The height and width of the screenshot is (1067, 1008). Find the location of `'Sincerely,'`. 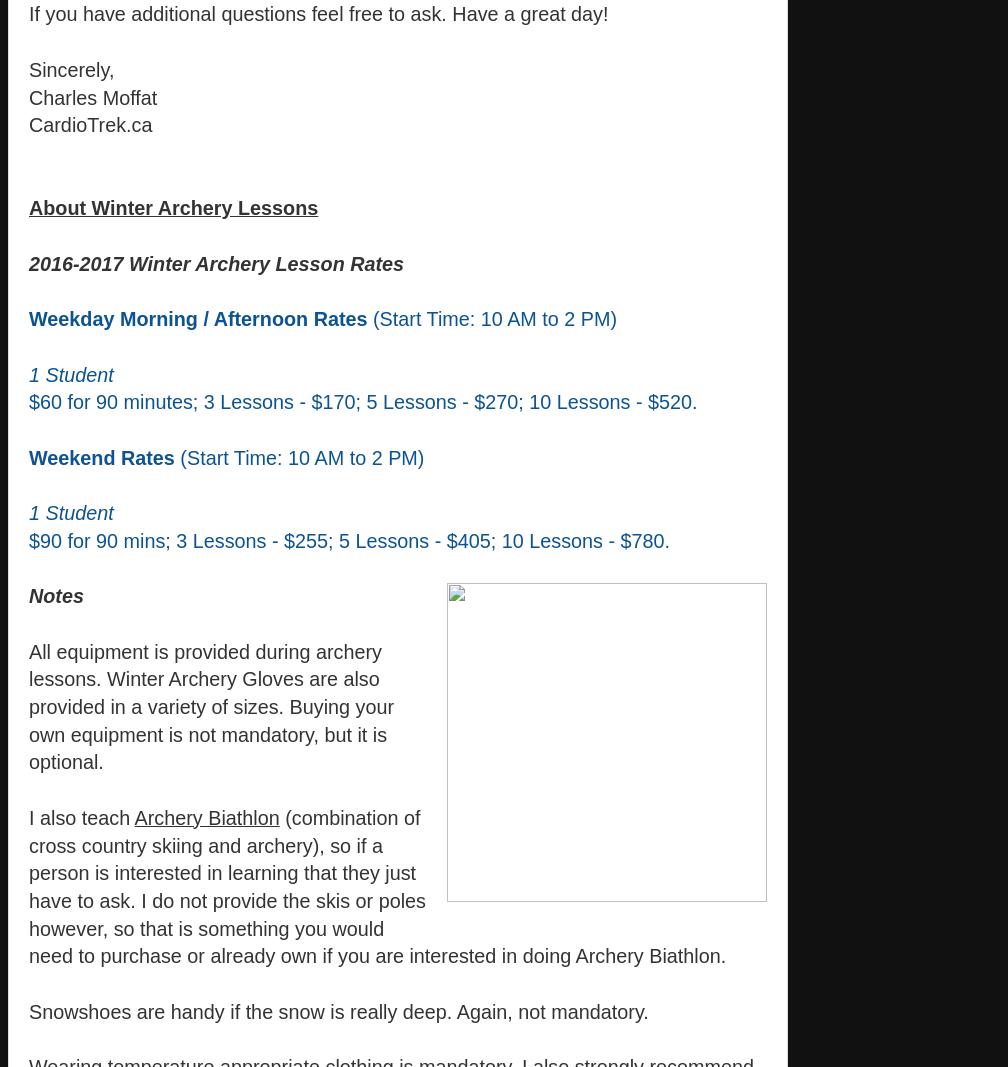

'Sincerely,' is located at coordinates (71, 68).